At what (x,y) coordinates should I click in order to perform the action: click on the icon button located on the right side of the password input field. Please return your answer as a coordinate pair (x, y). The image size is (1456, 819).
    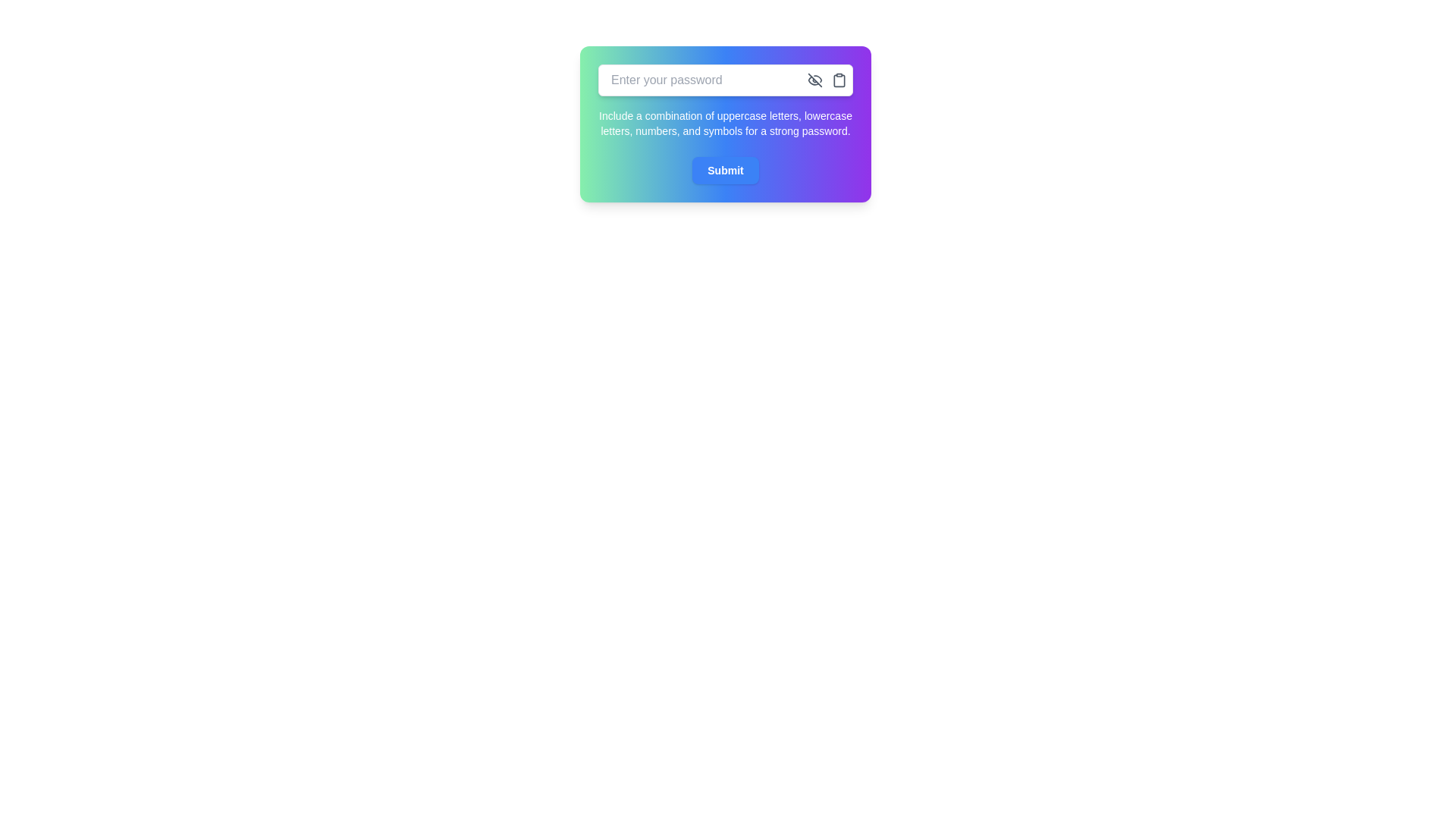
    Looking at the image, I should click on (814, 80).